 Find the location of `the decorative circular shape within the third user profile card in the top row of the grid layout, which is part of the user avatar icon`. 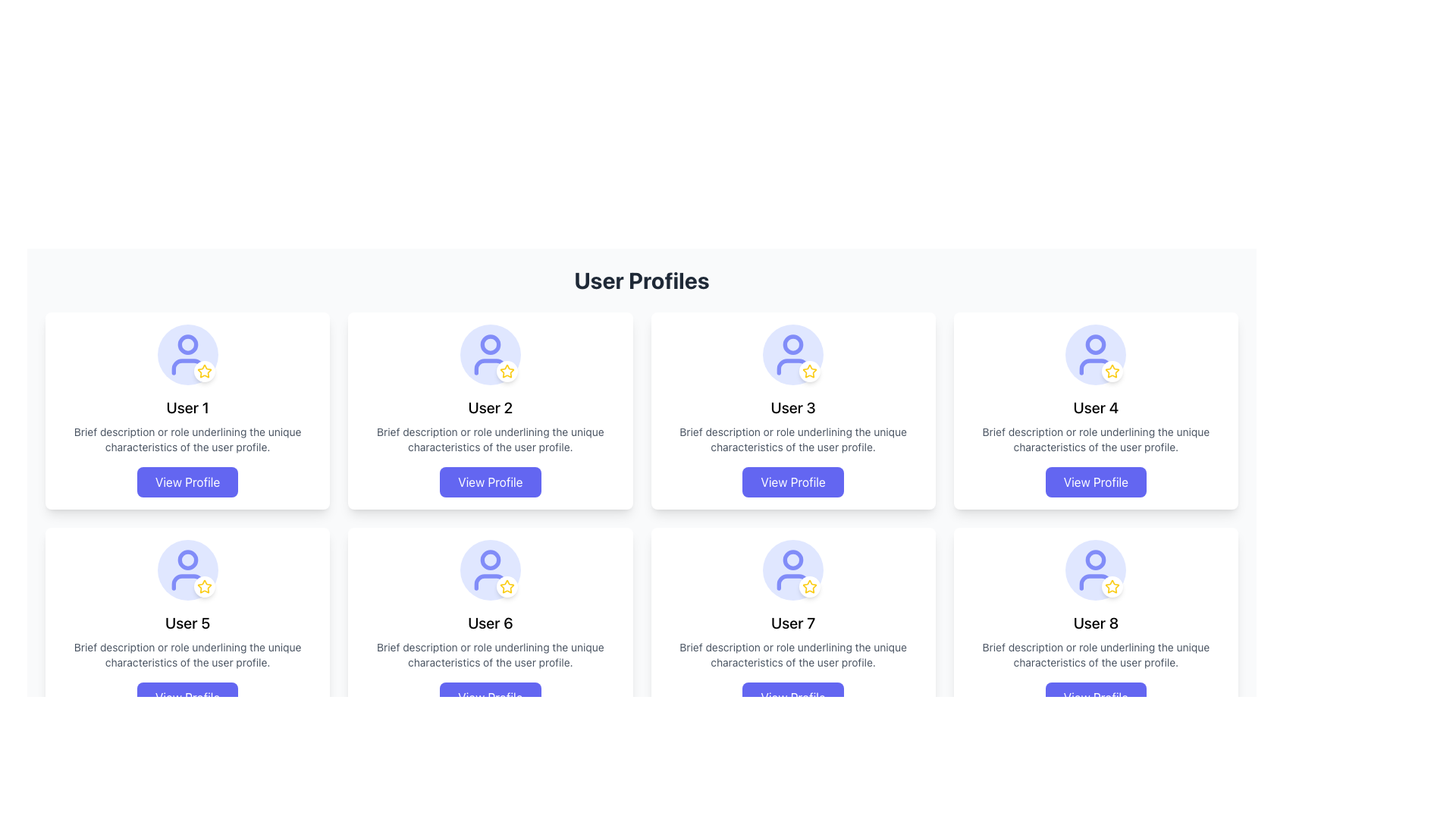

the decorative circular shape within the third user profile card in the top row of the grid layout, which is part of the user avatar icon is located at coordinates (792, 344).